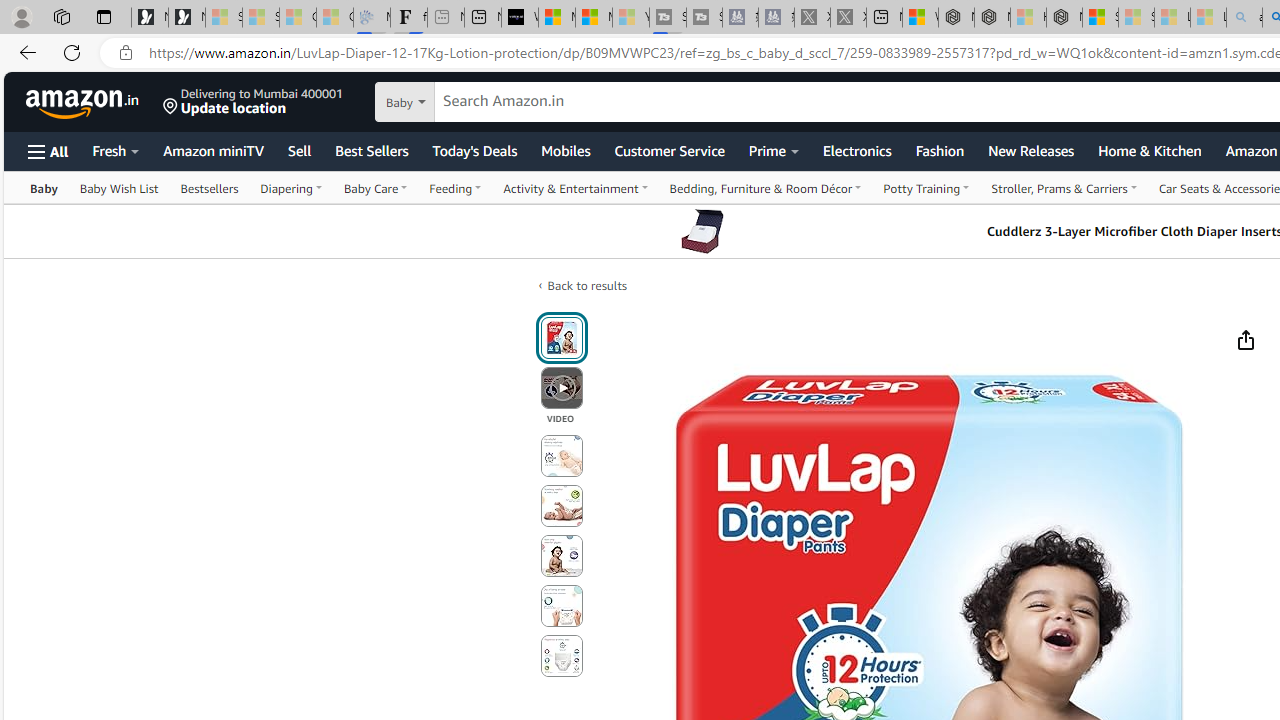  Describe the element at coordinates (1063, 17) in the screenshot. I see `'Nordace - Nordace Siena Is Not An Ordinary Backpack'` at that location.